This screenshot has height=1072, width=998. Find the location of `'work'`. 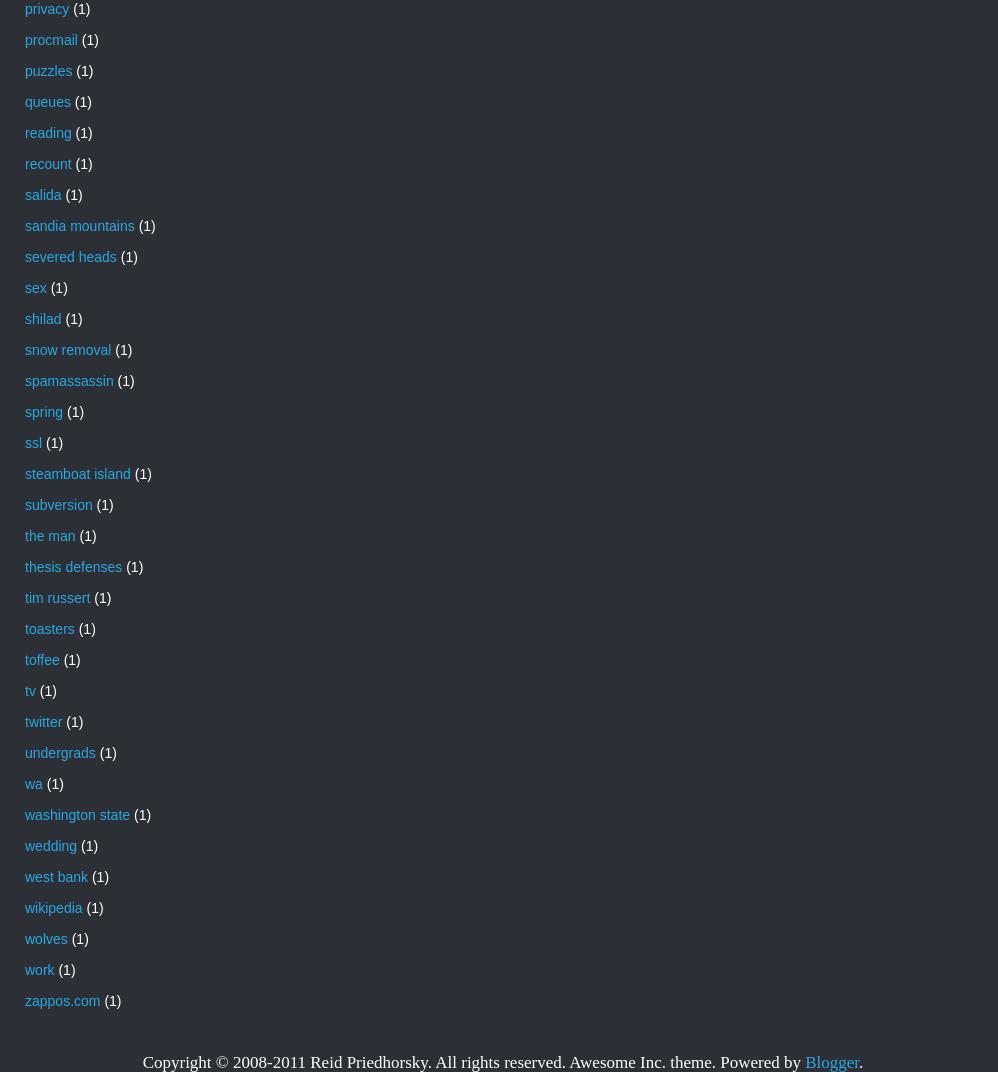

'work' is located at coordinates (25, 967).